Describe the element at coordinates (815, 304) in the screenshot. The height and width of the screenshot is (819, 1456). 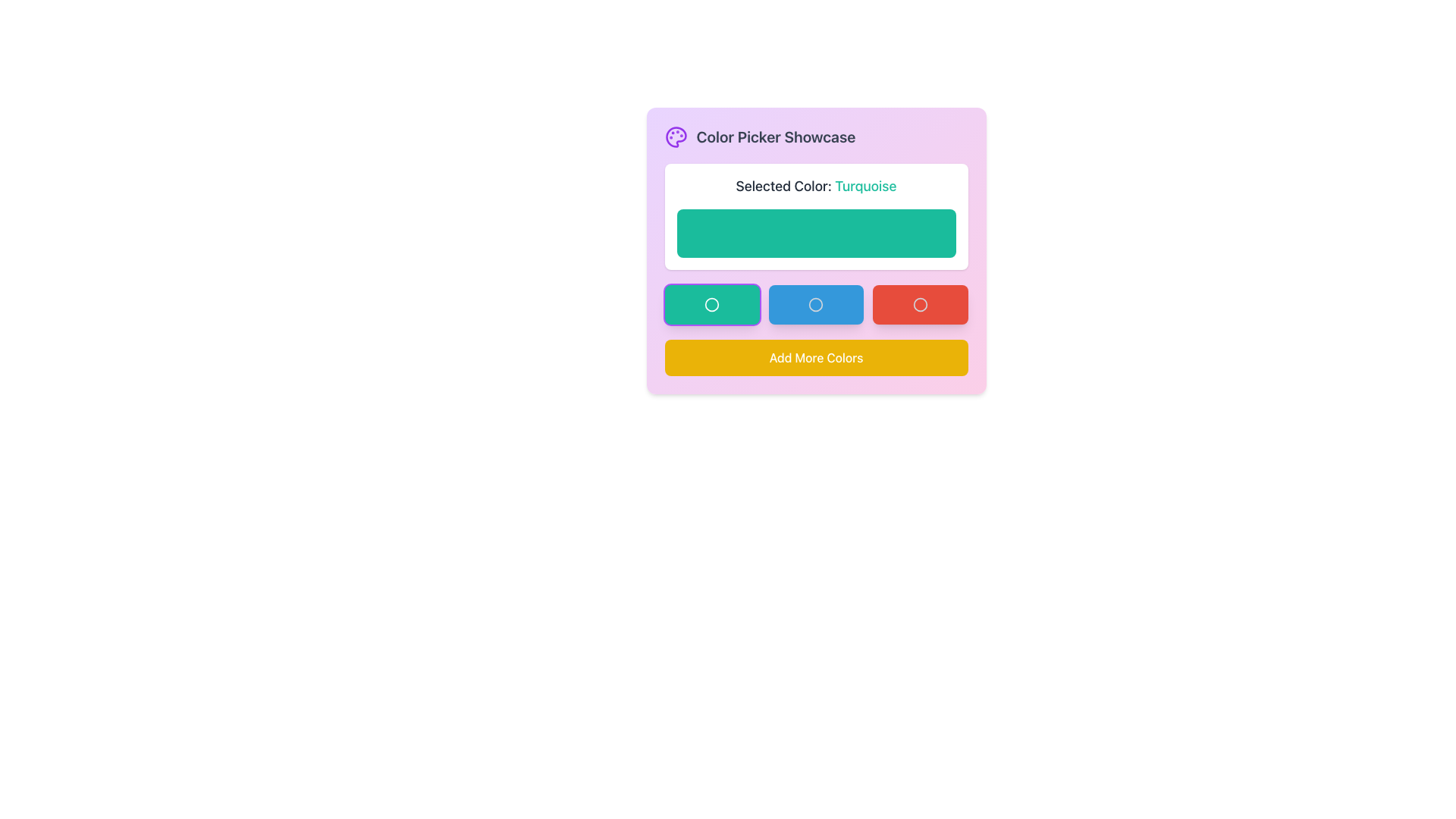
I see `the blue button positioned in the second slot of a grid of three buttons, located below a turquoise display box and above a yellow button labeled 'Add More Colors'` at that location.